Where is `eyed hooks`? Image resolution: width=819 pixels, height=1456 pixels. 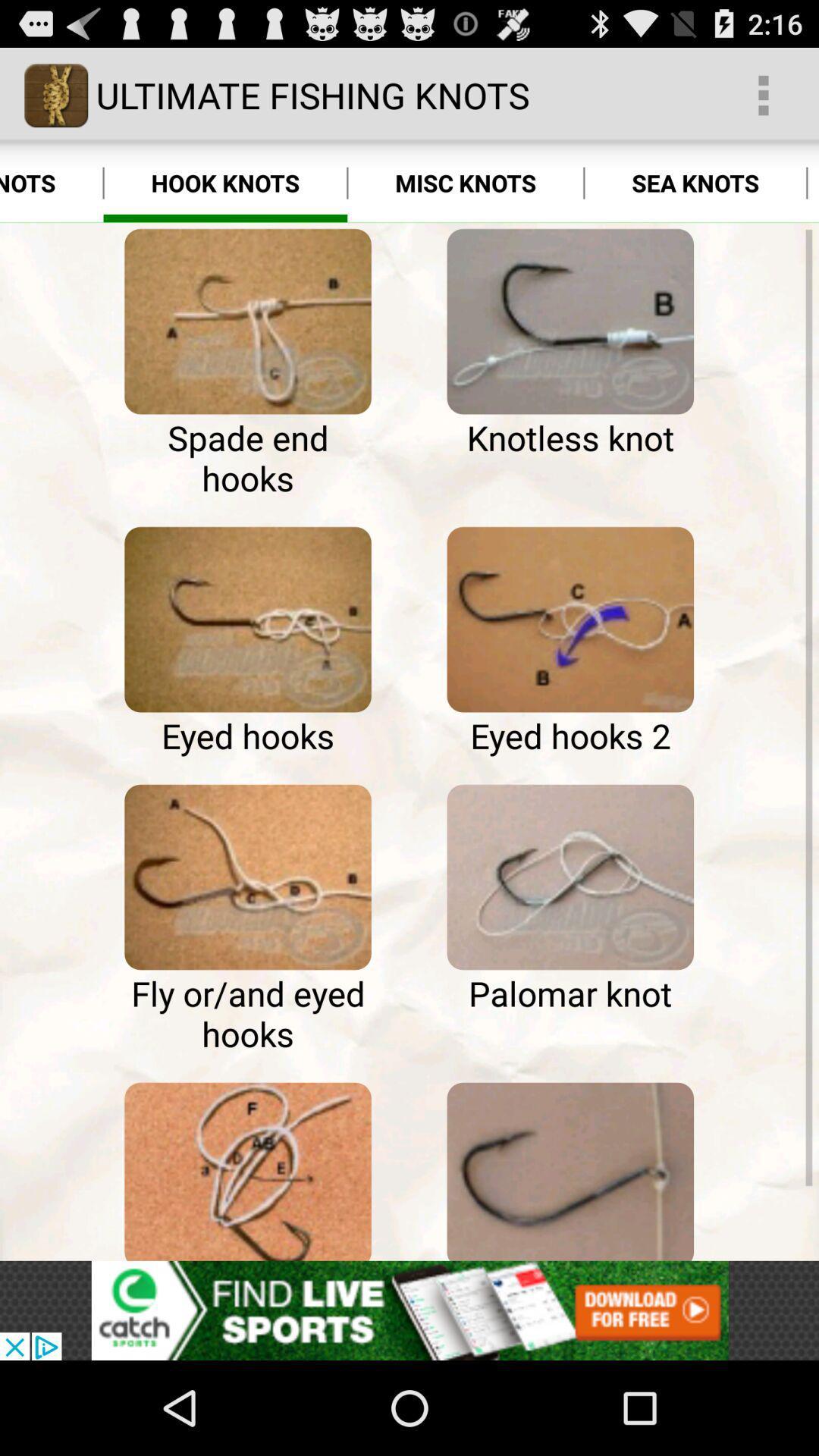 eyed hooks is located at coordinates (247, 620).